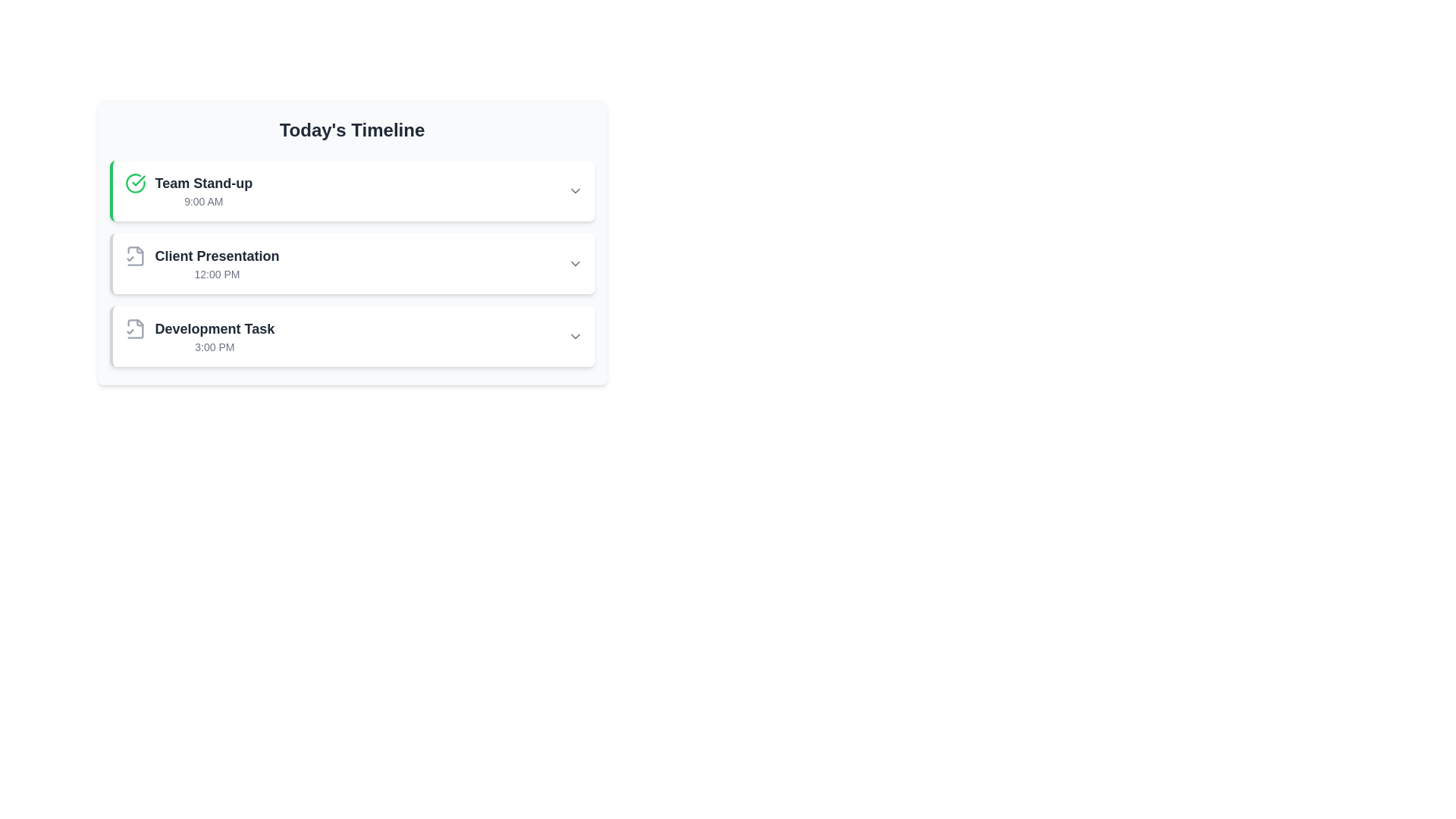 This screenshot has height=819, width=1456. What do you see at coordinates (135, 256) in the screenshot?
I see `the gray line-based icon representing the document outline, which is the leftmost component of the 'Development Task' row in the timeline, positioned above the task name` at bounding box center [135, 256].